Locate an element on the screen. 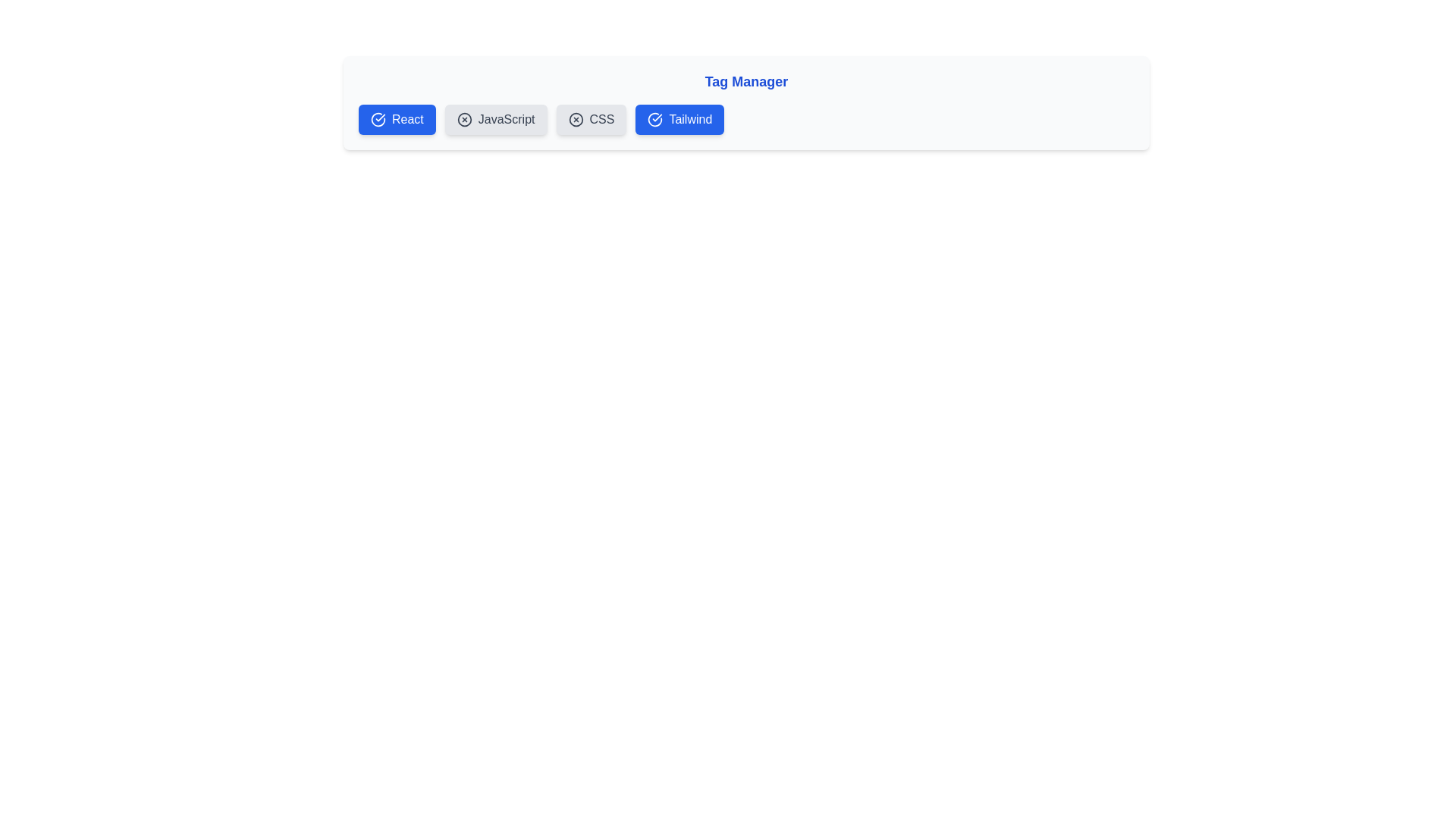  the tag labeled JavaScript is located at coordinates (496, 119).